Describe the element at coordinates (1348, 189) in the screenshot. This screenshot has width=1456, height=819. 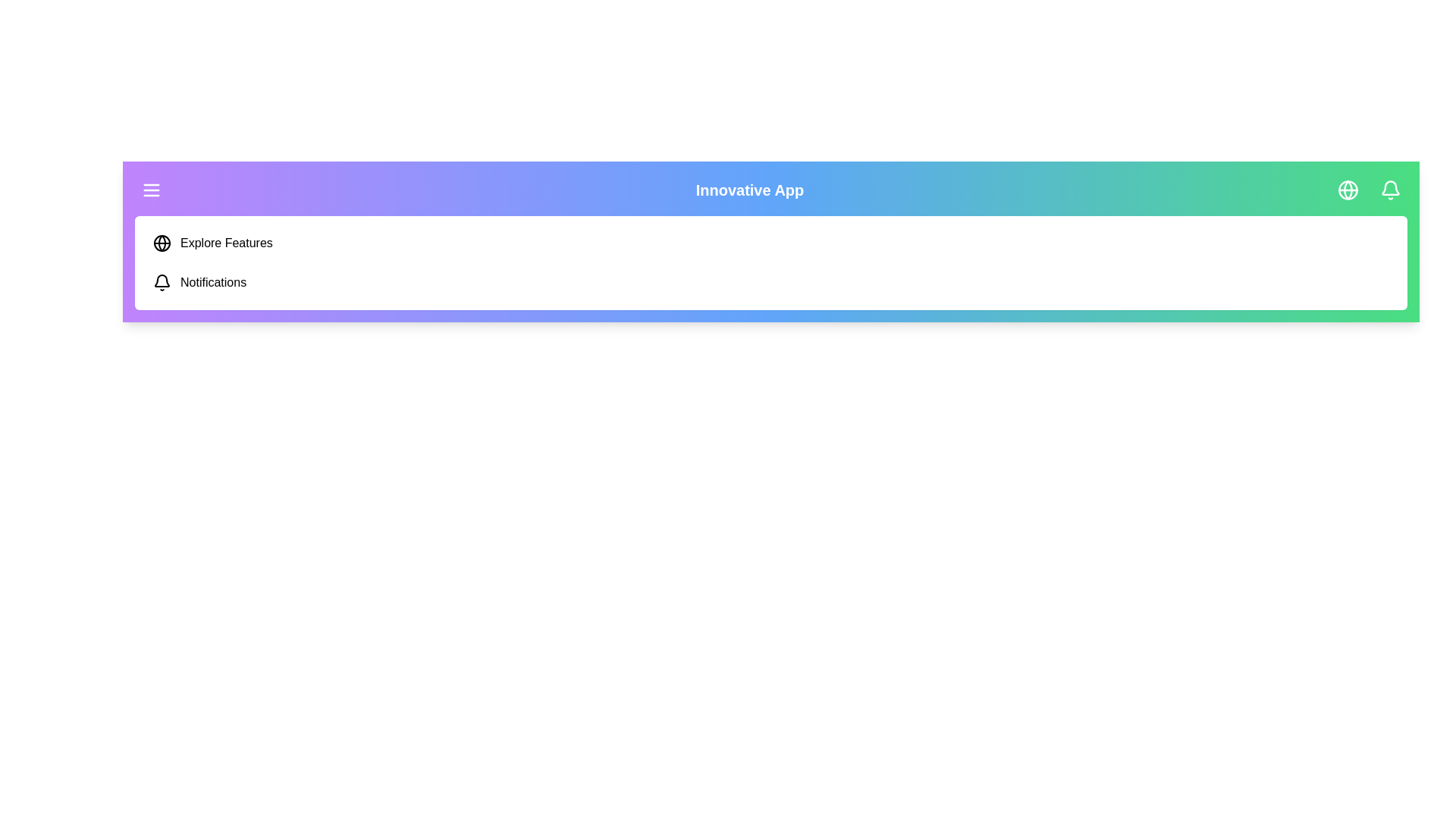
I see `the specified menu item: globe_icon` at that location.